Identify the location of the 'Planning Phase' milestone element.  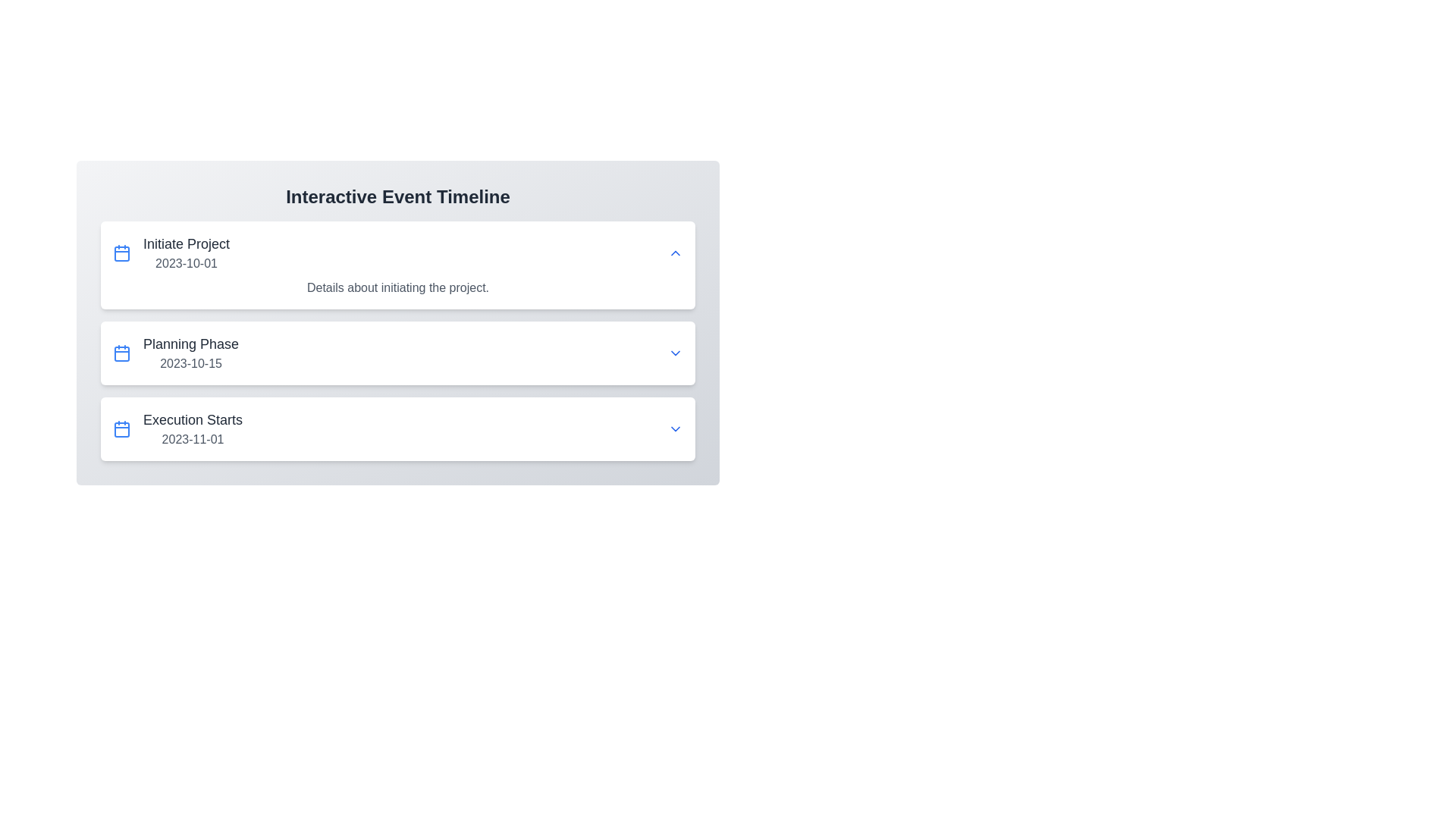
(176, 353).